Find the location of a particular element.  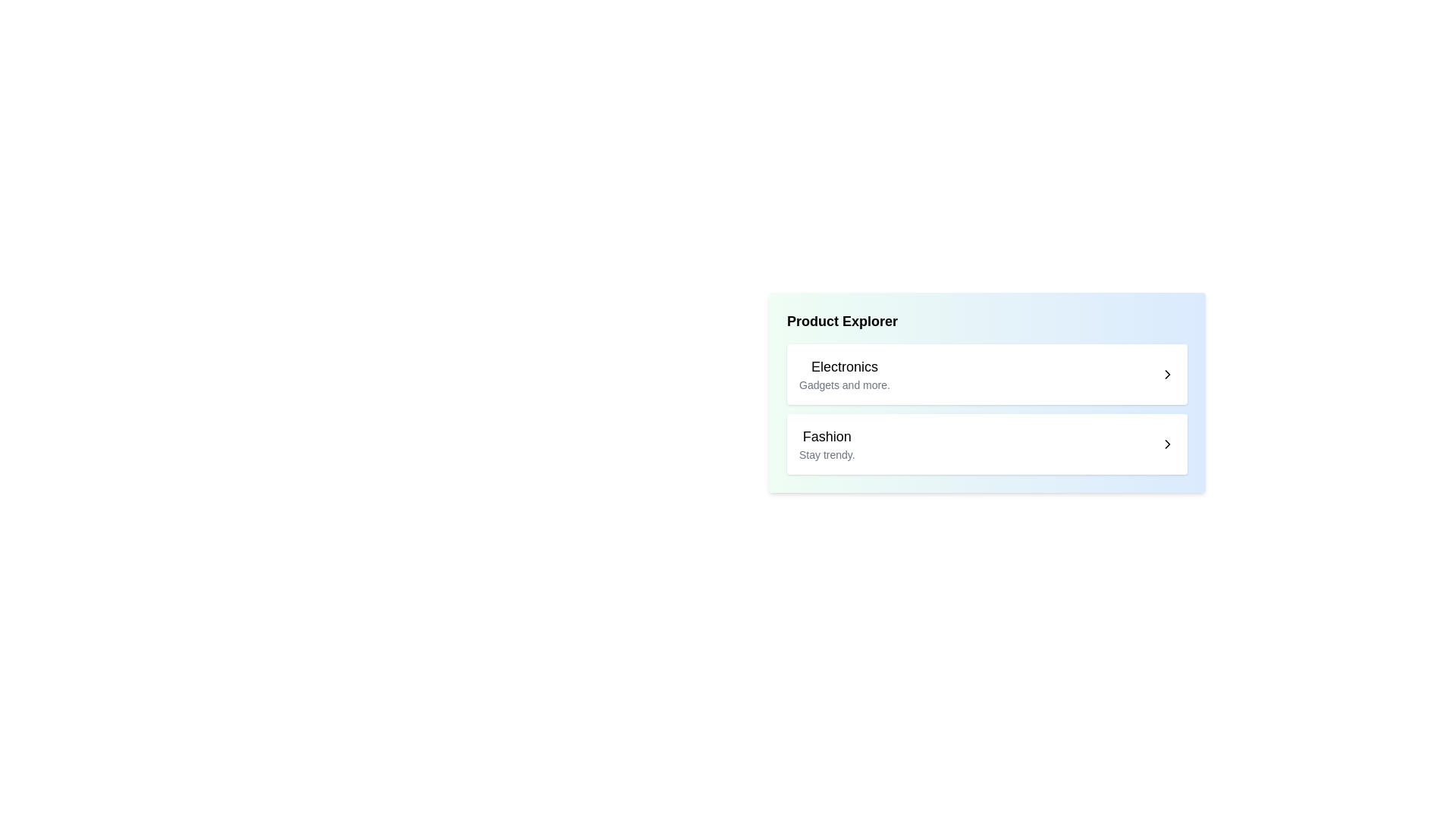

text from the Text block labeled 'Electronics' and 'Gadgets and more.' which emphasizes hierarchy using font size and weight is located at coordinates (843, 374).